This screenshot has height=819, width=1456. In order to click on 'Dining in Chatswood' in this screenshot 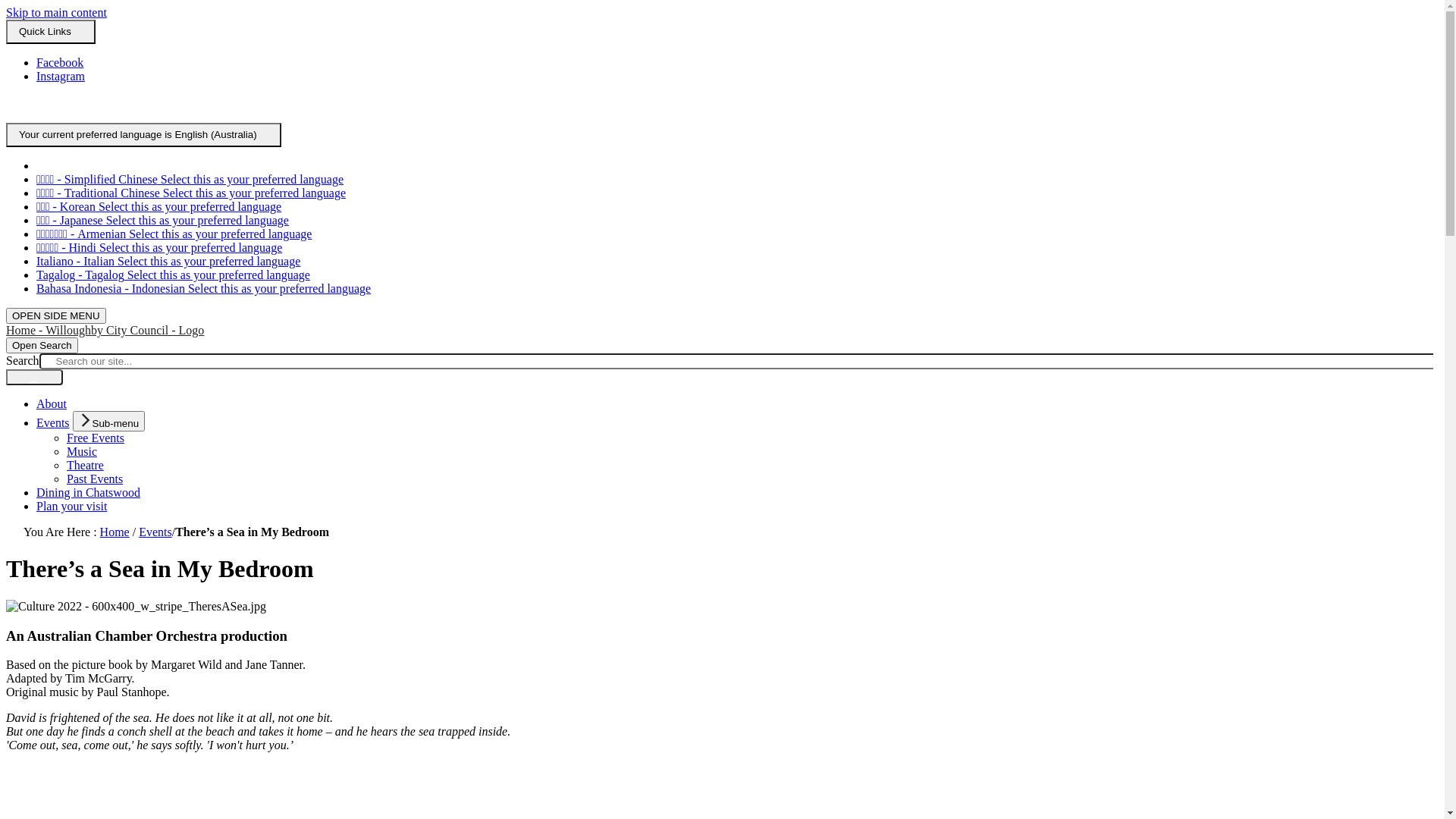, I will do `click(87, 492)`.